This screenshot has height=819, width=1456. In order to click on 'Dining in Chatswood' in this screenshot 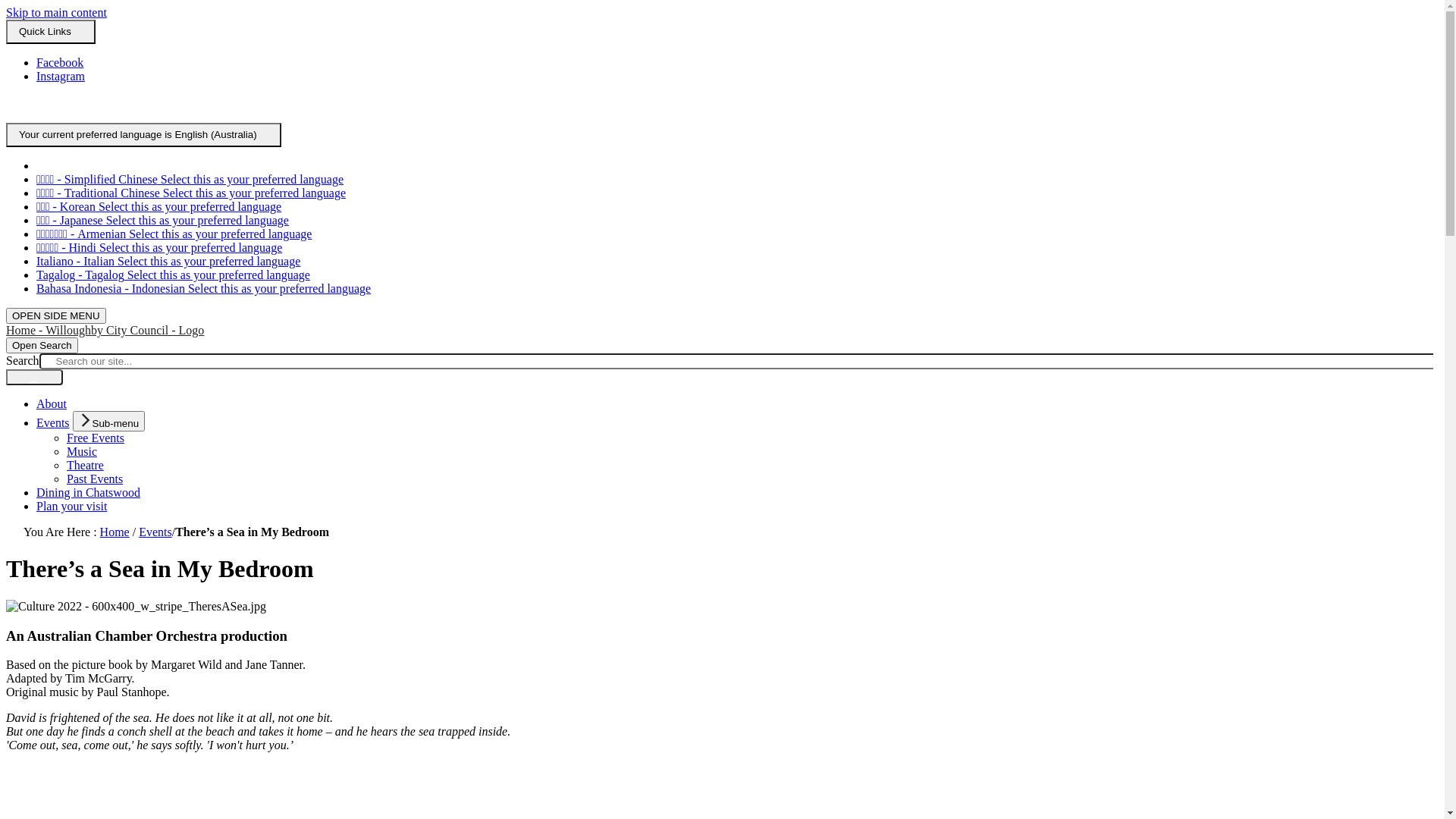, I will do `click(87, 492)`.